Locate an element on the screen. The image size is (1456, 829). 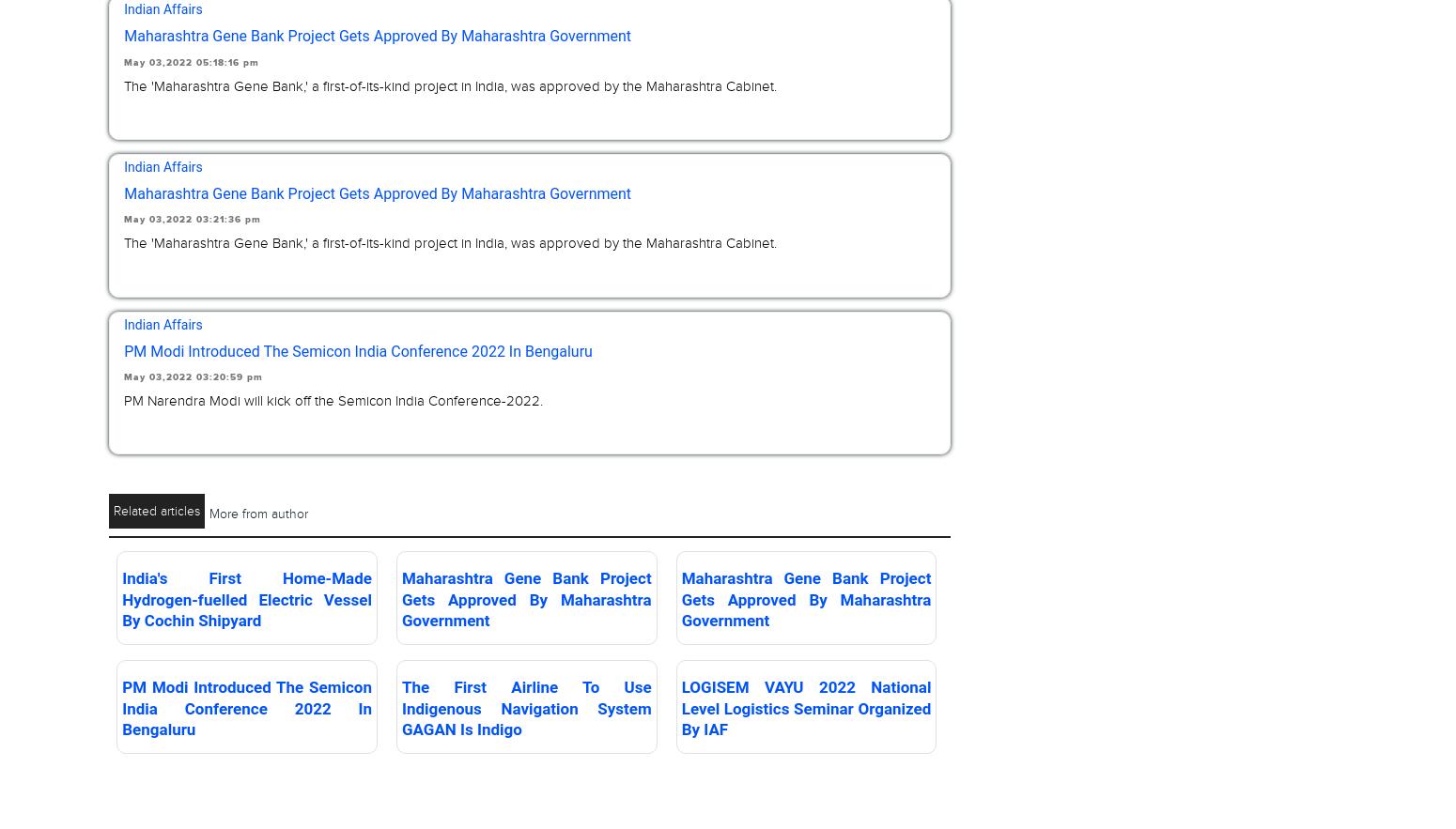
'PM Narendra Modi will kick off the Semicon India Conference-2022.' is located at coordinates (332, 399).